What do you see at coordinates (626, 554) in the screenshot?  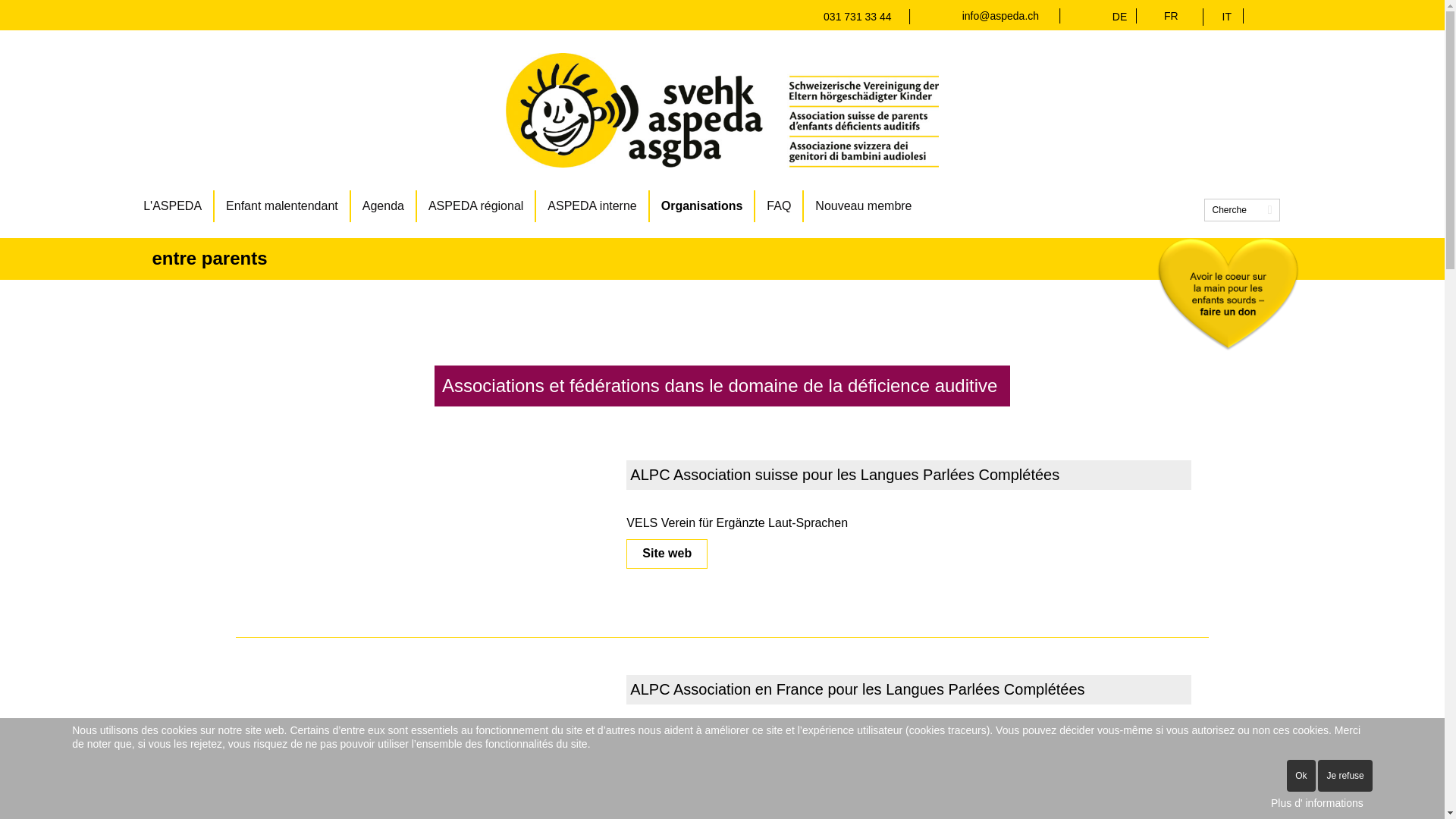 I see `'Site web'` at bounding box center [626, 554].